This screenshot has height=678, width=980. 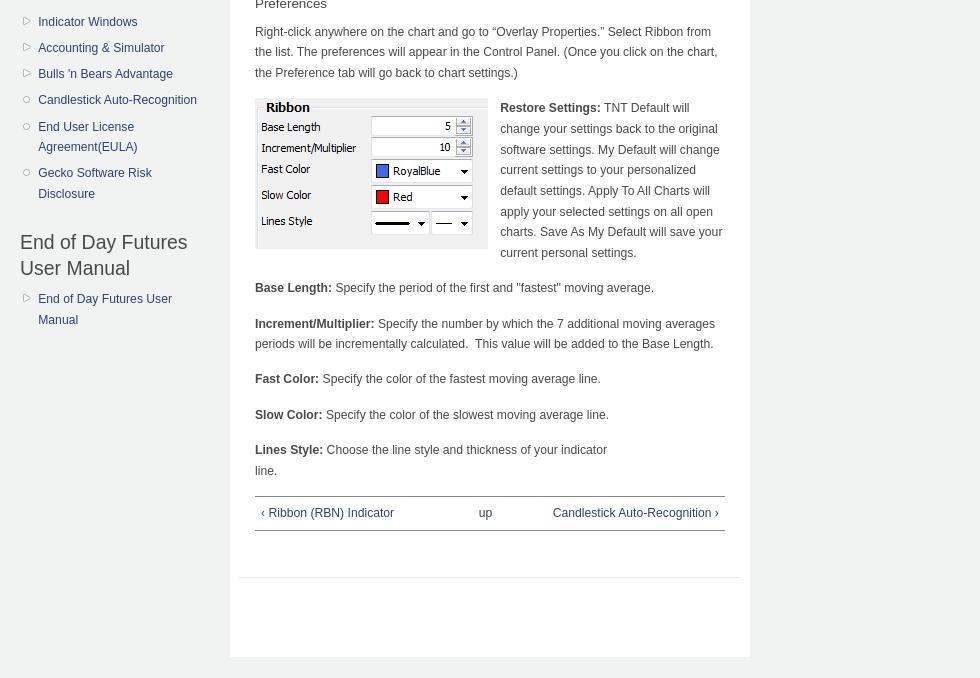 What do you see at coordinates (459, 378) in the screenshot?
I see `'Specify the color of the fastest moving average line.'` at bounding box center [459, 378].